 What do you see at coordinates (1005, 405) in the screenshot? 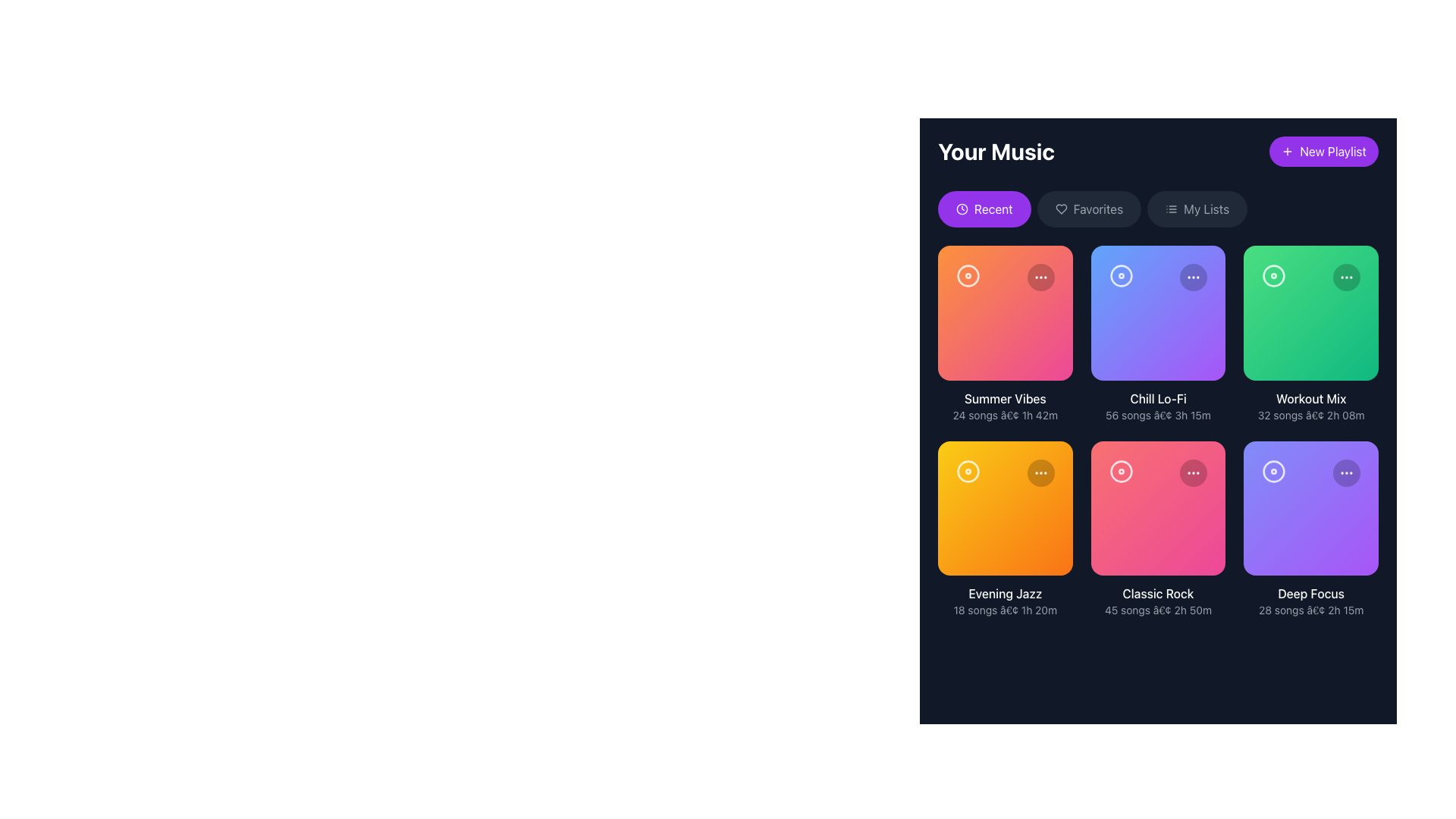
I see `the text label that reads 'Summer Vibes' with the description '24 songs • 1h 42m' located at the bottom of the first card in the 'Your Music' section of the playlist grid` at bounding box center [1005, 405].